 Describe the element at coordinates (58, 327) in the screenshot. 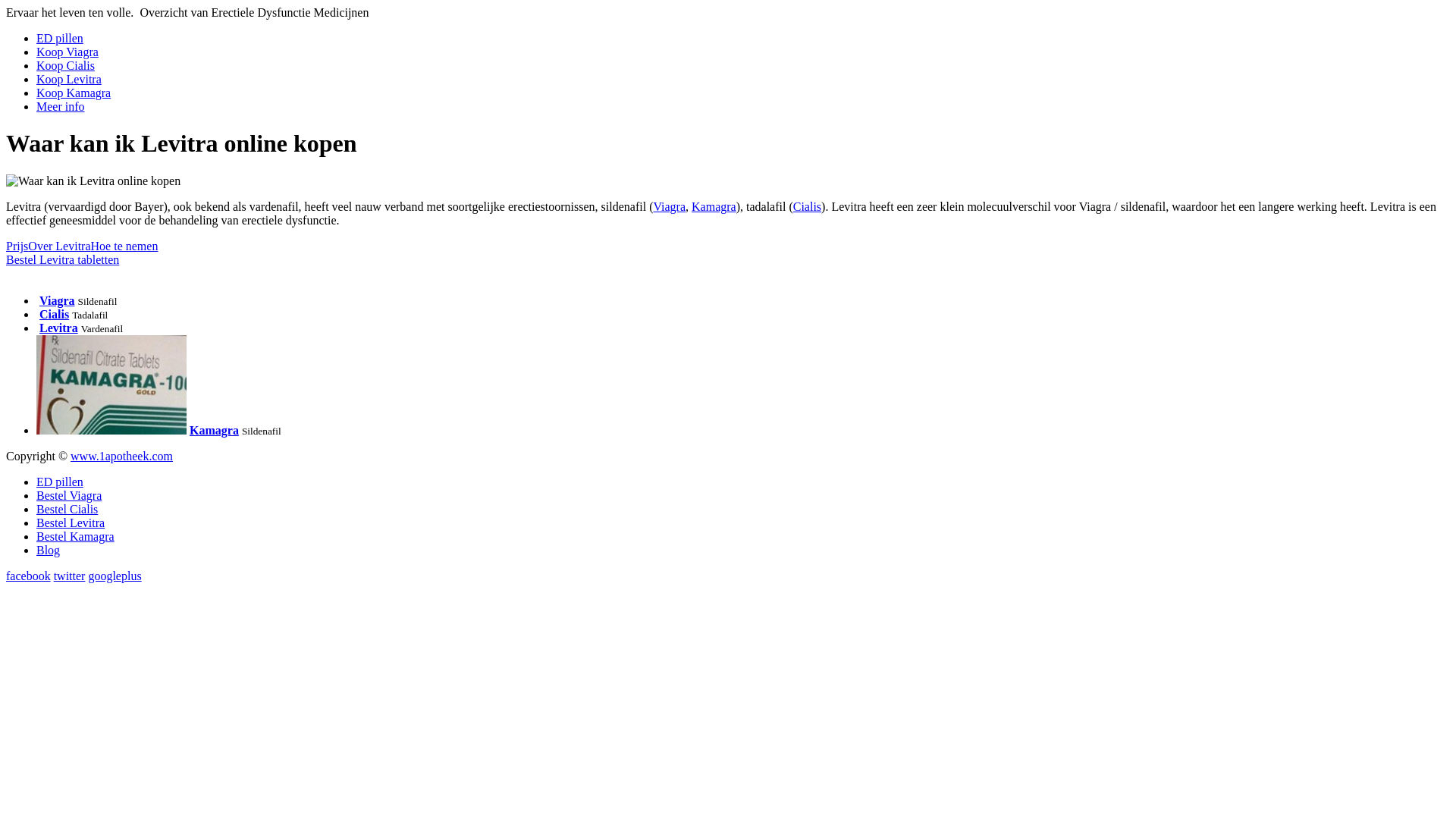

I see `'Levitra'` at that location.